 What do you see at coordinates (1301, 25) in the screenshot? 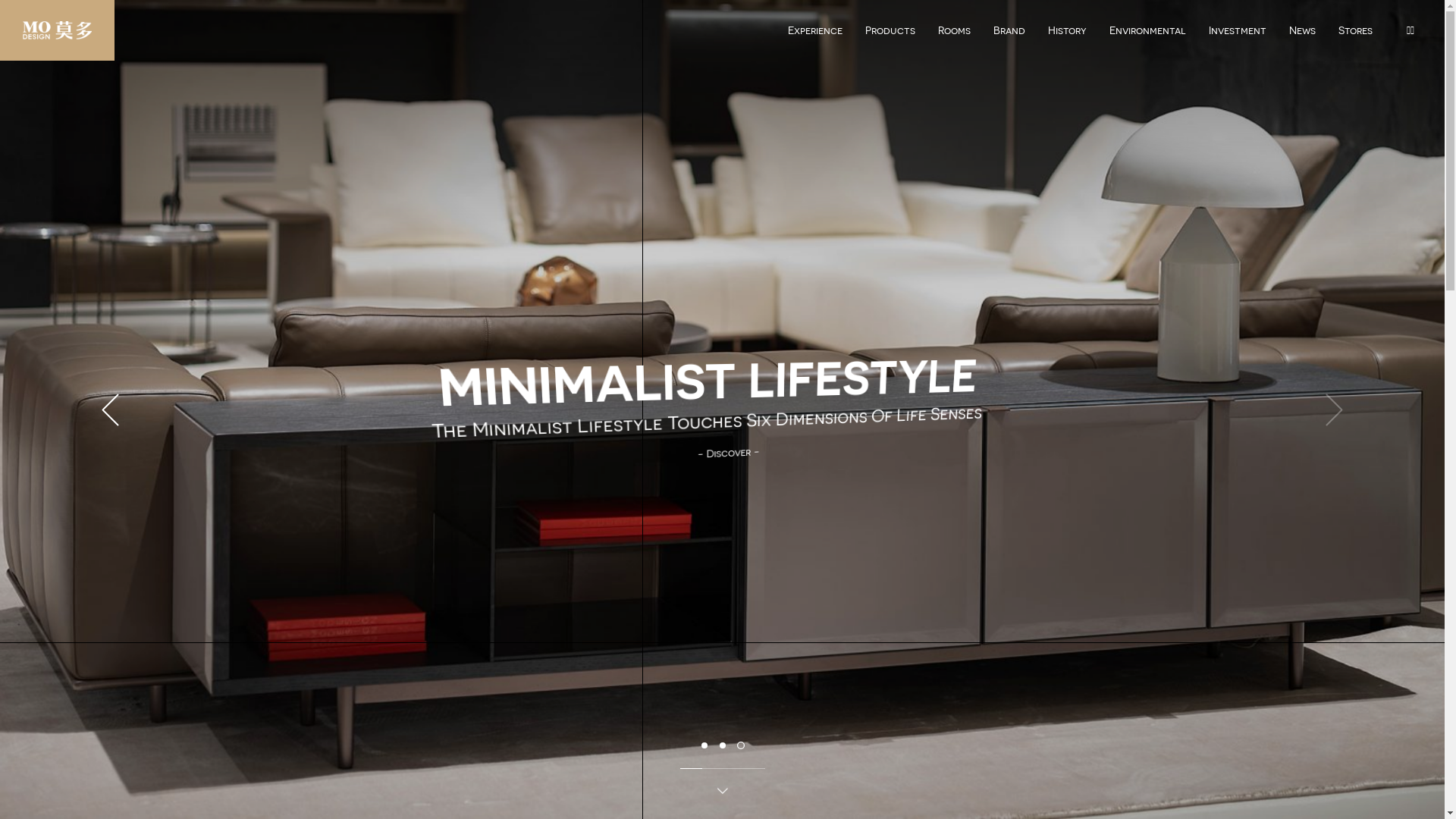
I see `'News'` at bounding box center [1301, 25].